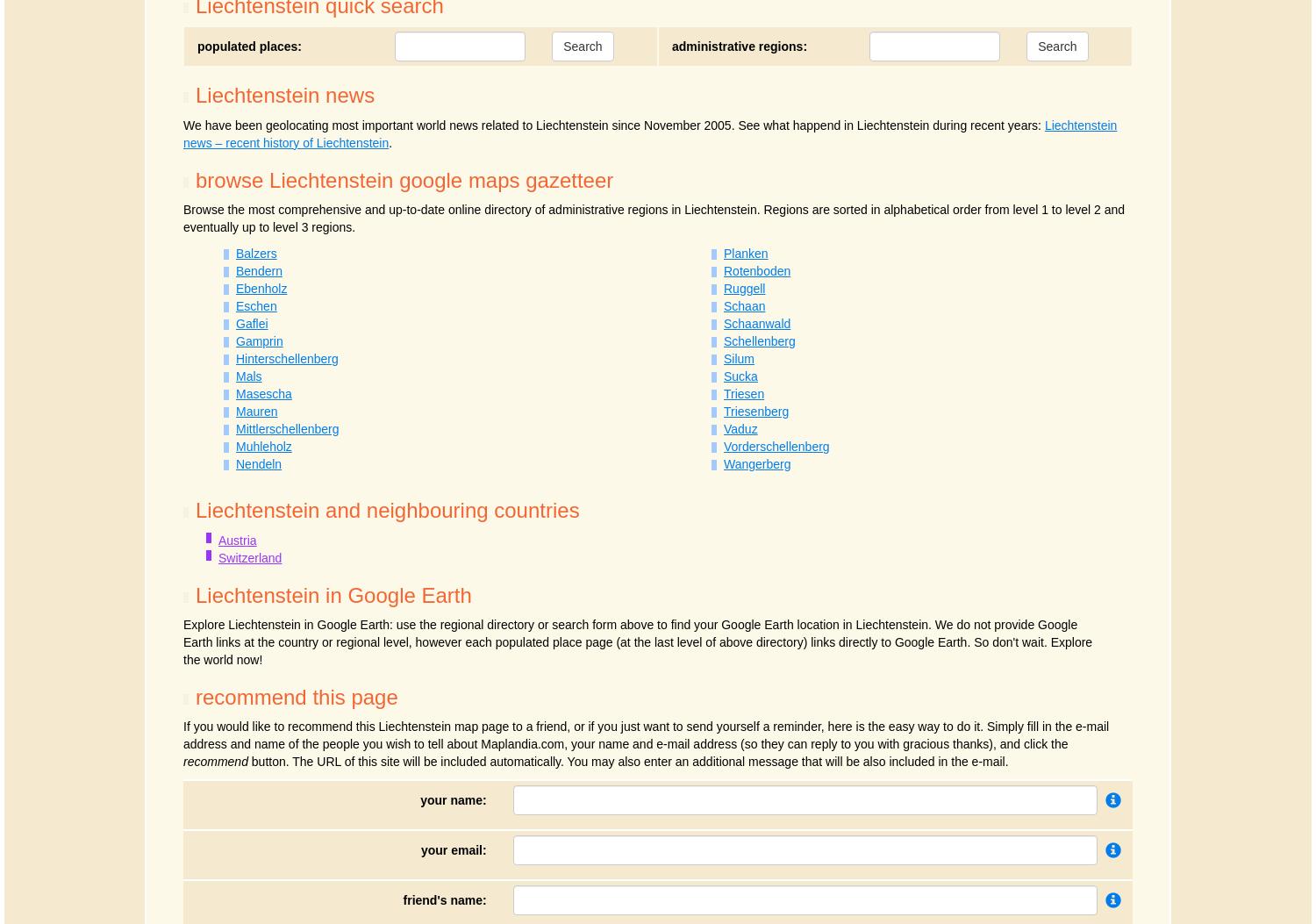 This screenshot has height=924, width=1316. I want to click on 'Bendern', so click(235, 270).